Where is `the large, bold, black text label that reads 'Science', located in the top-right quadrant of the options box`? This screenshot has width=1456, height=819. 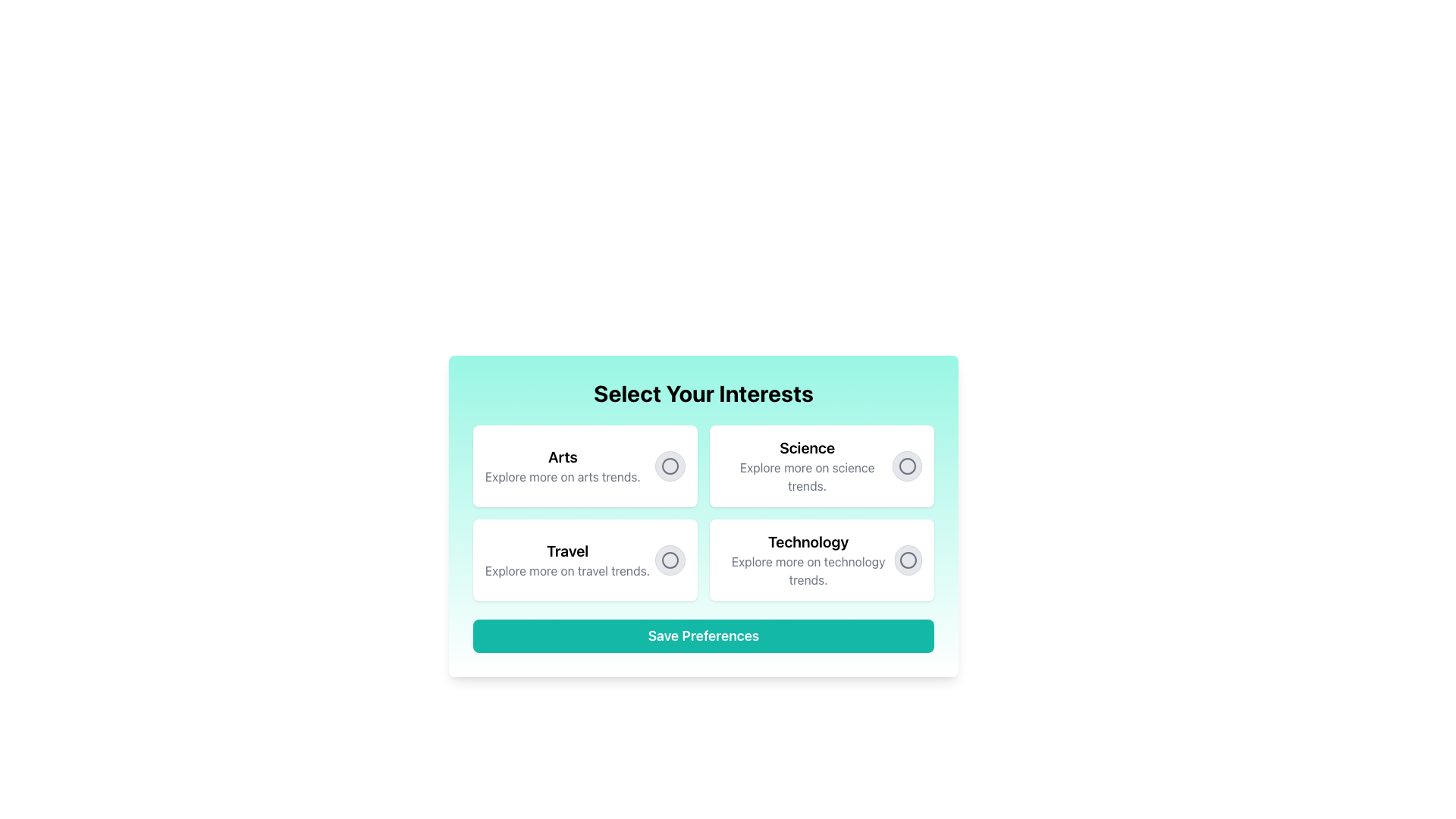 the large, bold, black text label that reads 'Science', located in the top-right quadrant of the options box is located at coordinates (806, 447).